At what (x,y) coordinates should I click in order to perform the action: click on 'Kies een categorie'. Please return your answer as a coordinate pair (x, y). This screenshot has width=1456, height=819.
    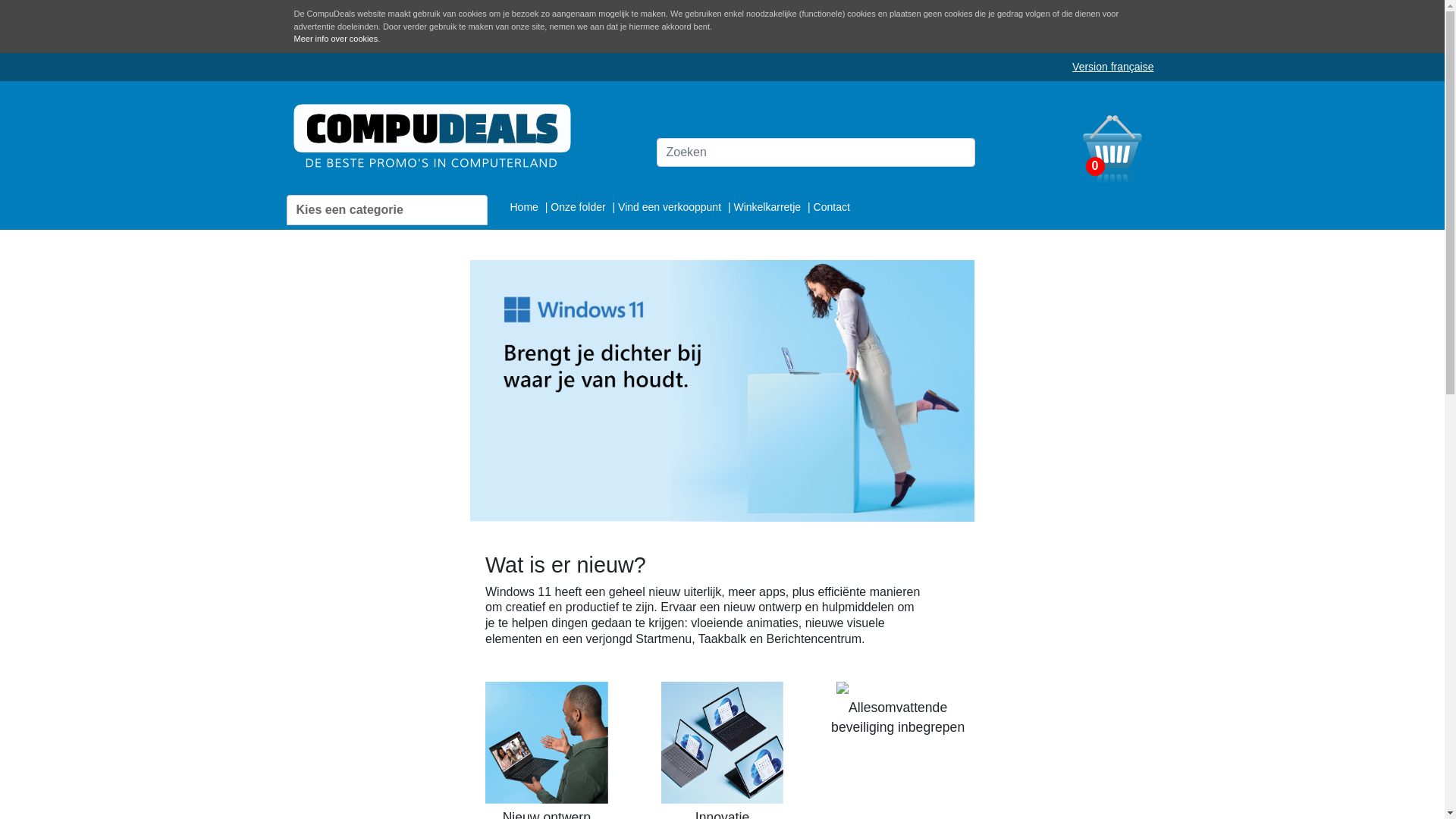
    Looking at the image, I should click on (387, 209).